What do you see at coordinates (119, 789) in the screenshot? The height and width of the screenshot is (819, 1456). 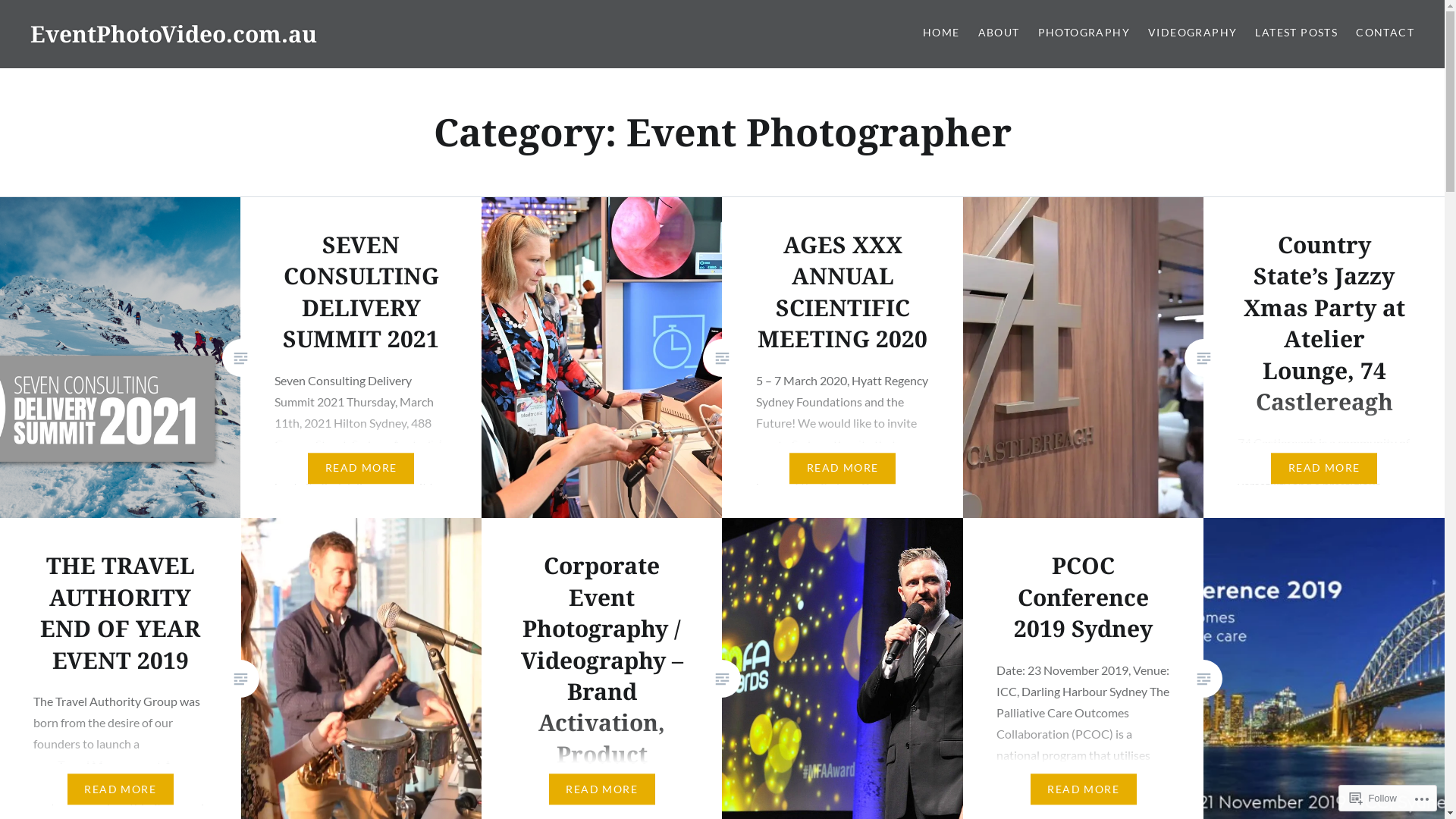 I see `'READ MORE'` at bounding box center [119, 789].